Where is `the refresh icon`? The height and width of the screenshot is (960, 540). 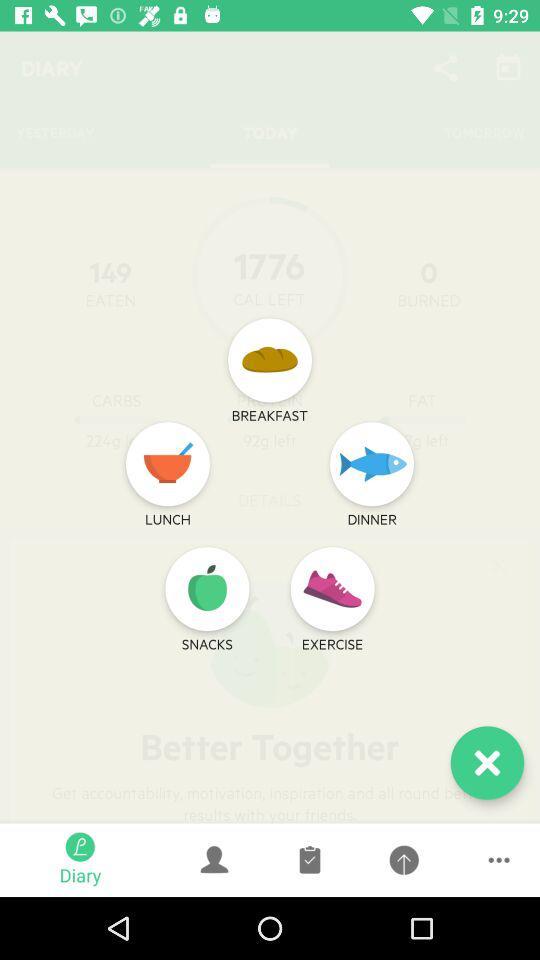 the refresh icon is located at coordinates (206, 589).